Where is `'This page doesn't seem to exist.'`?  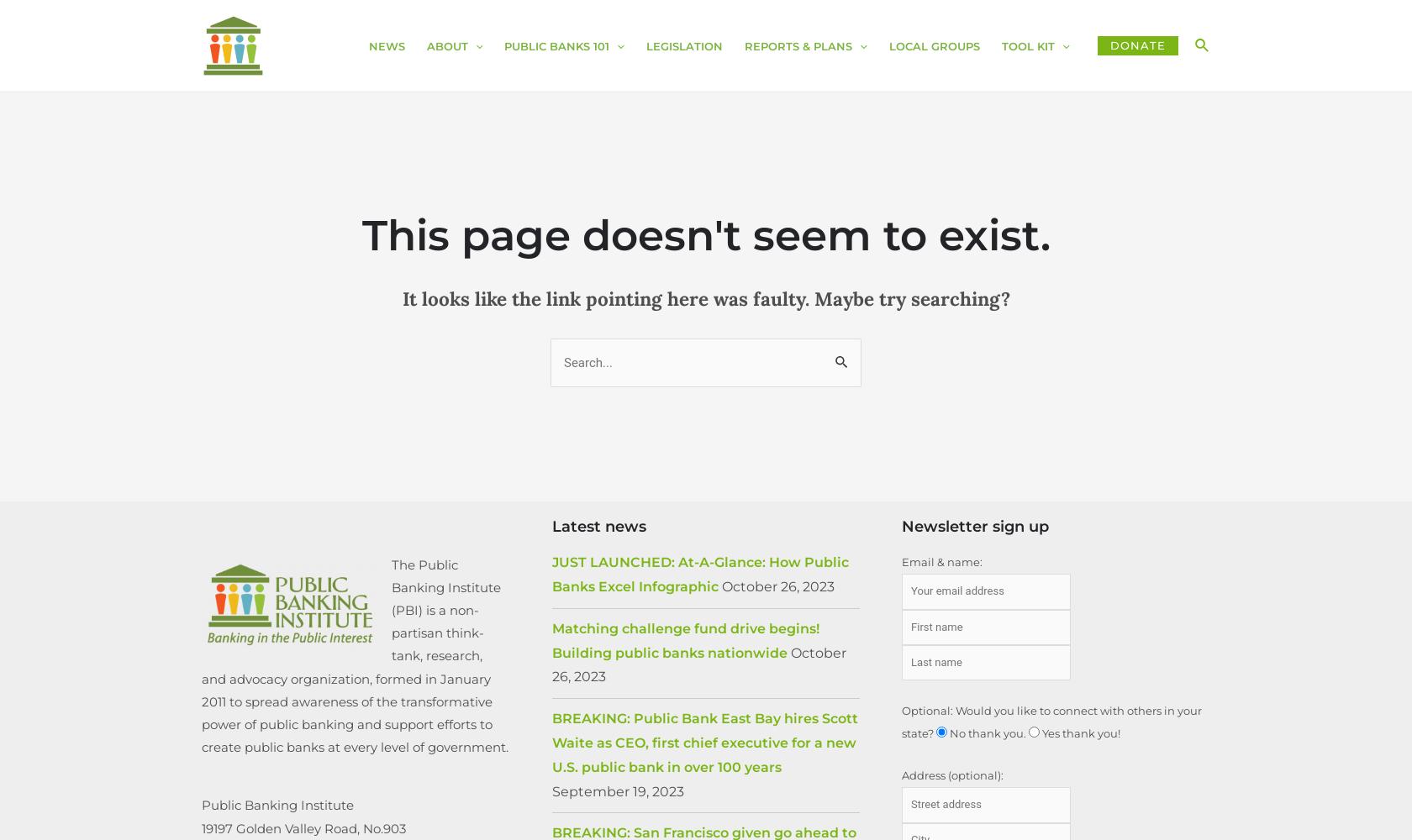
'This page doesn't seem to exist.' is located at coordinates (705, 235).